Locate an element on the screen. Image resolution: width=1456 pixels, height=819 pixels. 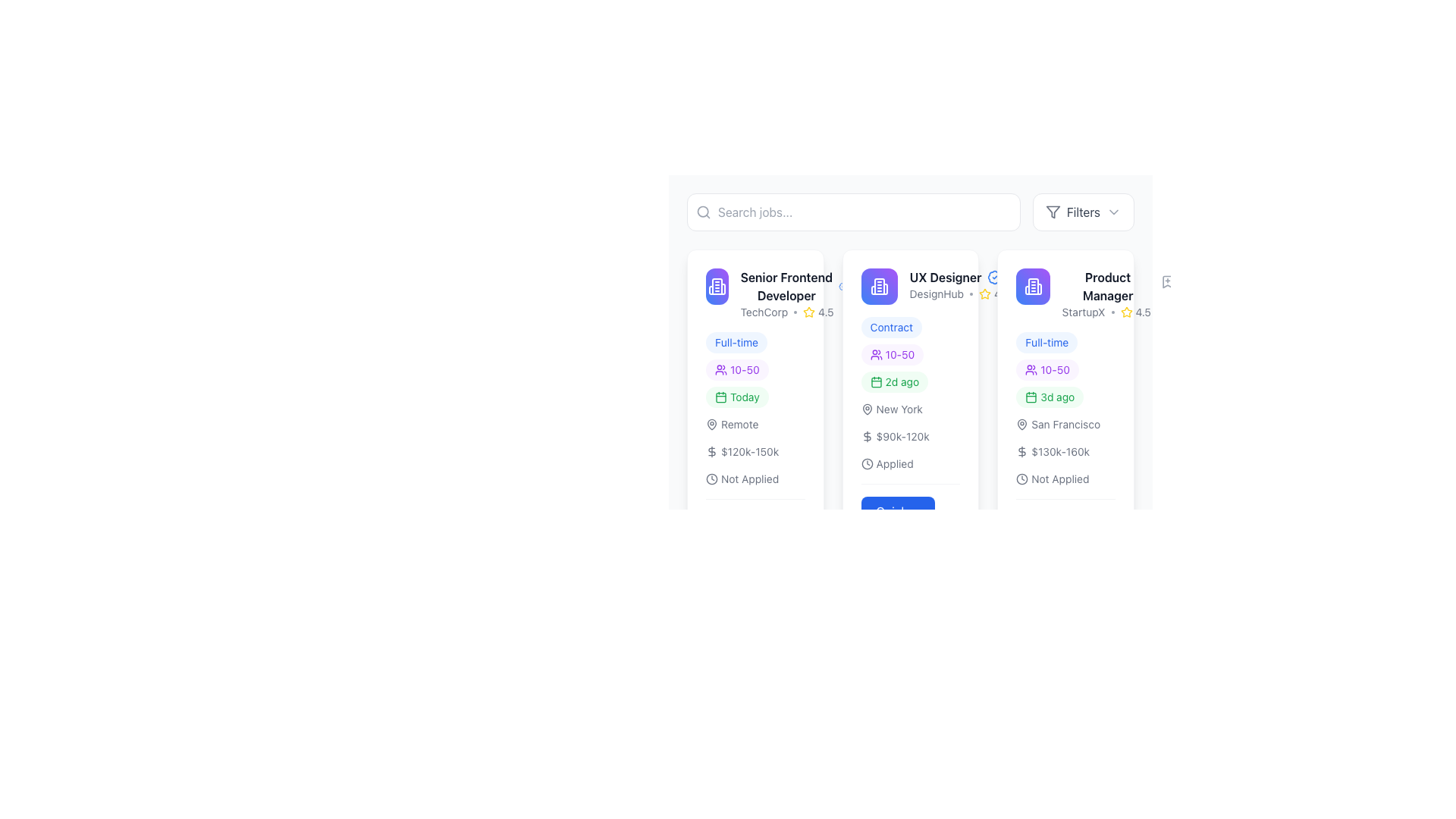
the informational text group providing details about the job's location, salary range, and application status in the 'Product Manager' card located at the bottom right section of the card is located at coordinates (1065, 451).